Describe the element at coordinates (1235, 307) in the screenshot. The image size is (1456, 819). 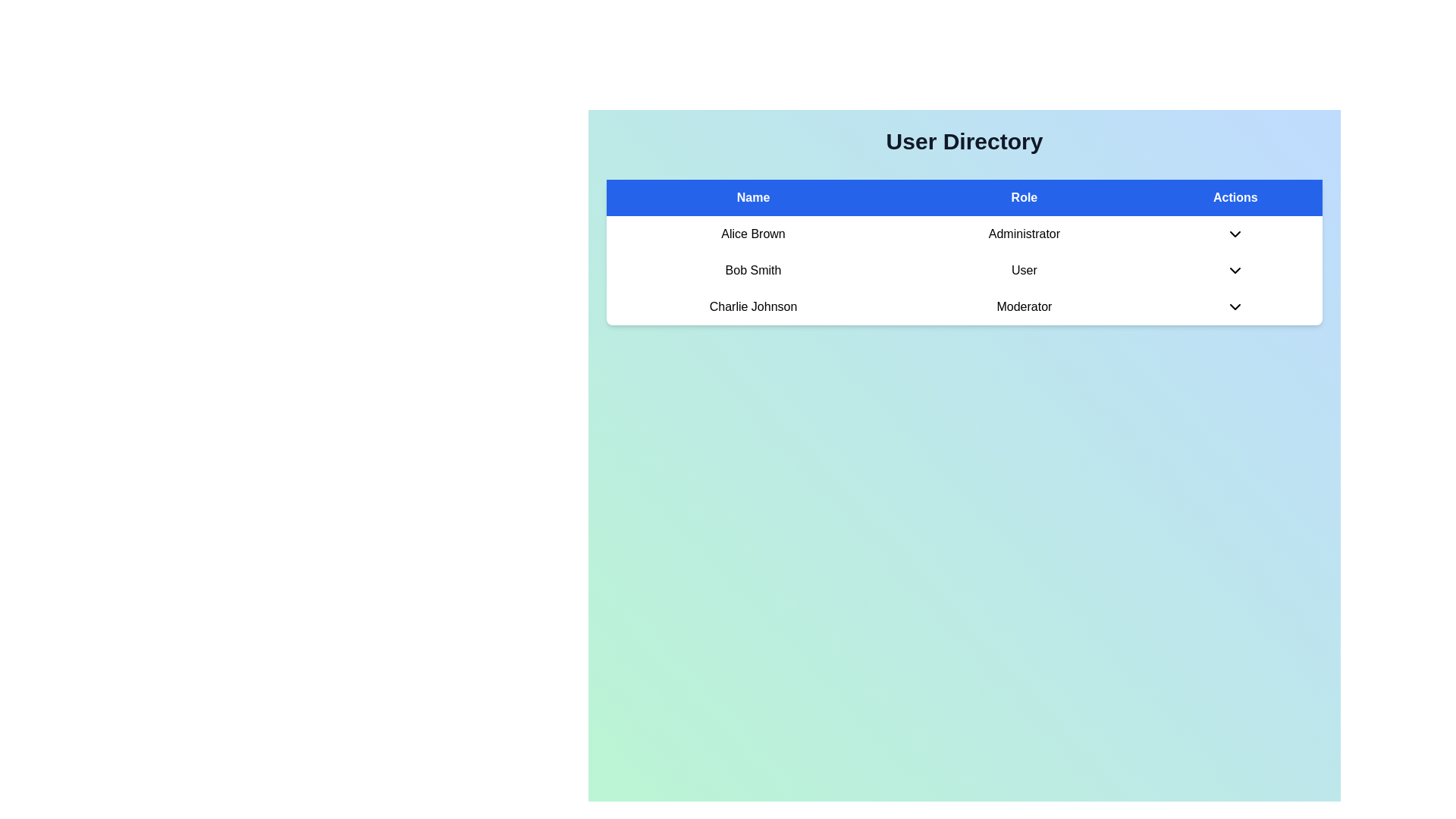
I see `the dropdown trigger with a downwards-pointing chevron icon in the 'Actions' column for 'Charlie Johnson'` at that location.